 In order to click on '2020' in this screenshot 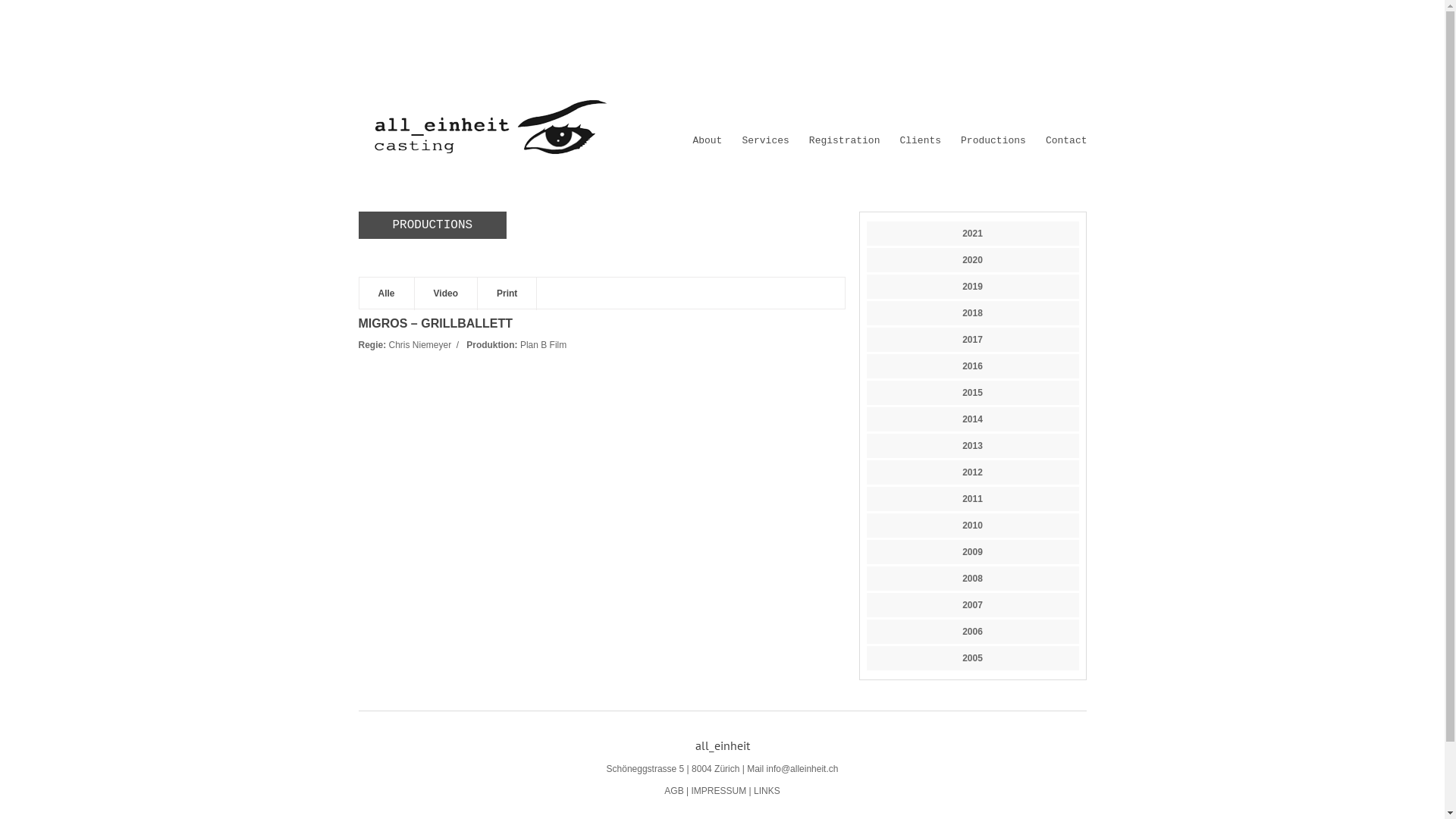, I will do `click(971, 259)`.